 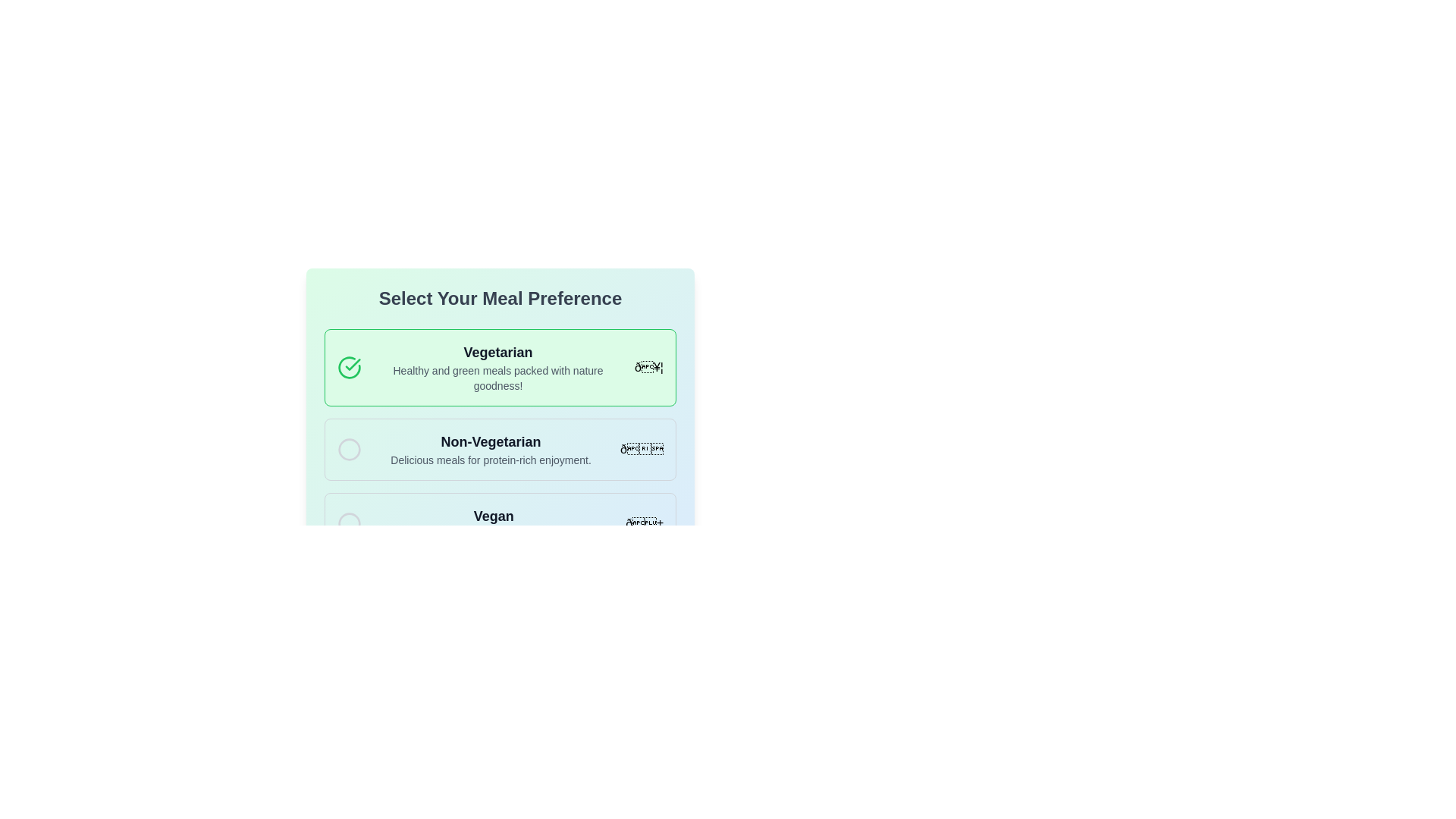 I want to click on the Text label that serves as the title for the meal preference option, which is located above the descriptive text for 'Plant-based meals for conscious eating' in the choice list under 'Select Your Meal Preference.', so click(x=494, y=516).